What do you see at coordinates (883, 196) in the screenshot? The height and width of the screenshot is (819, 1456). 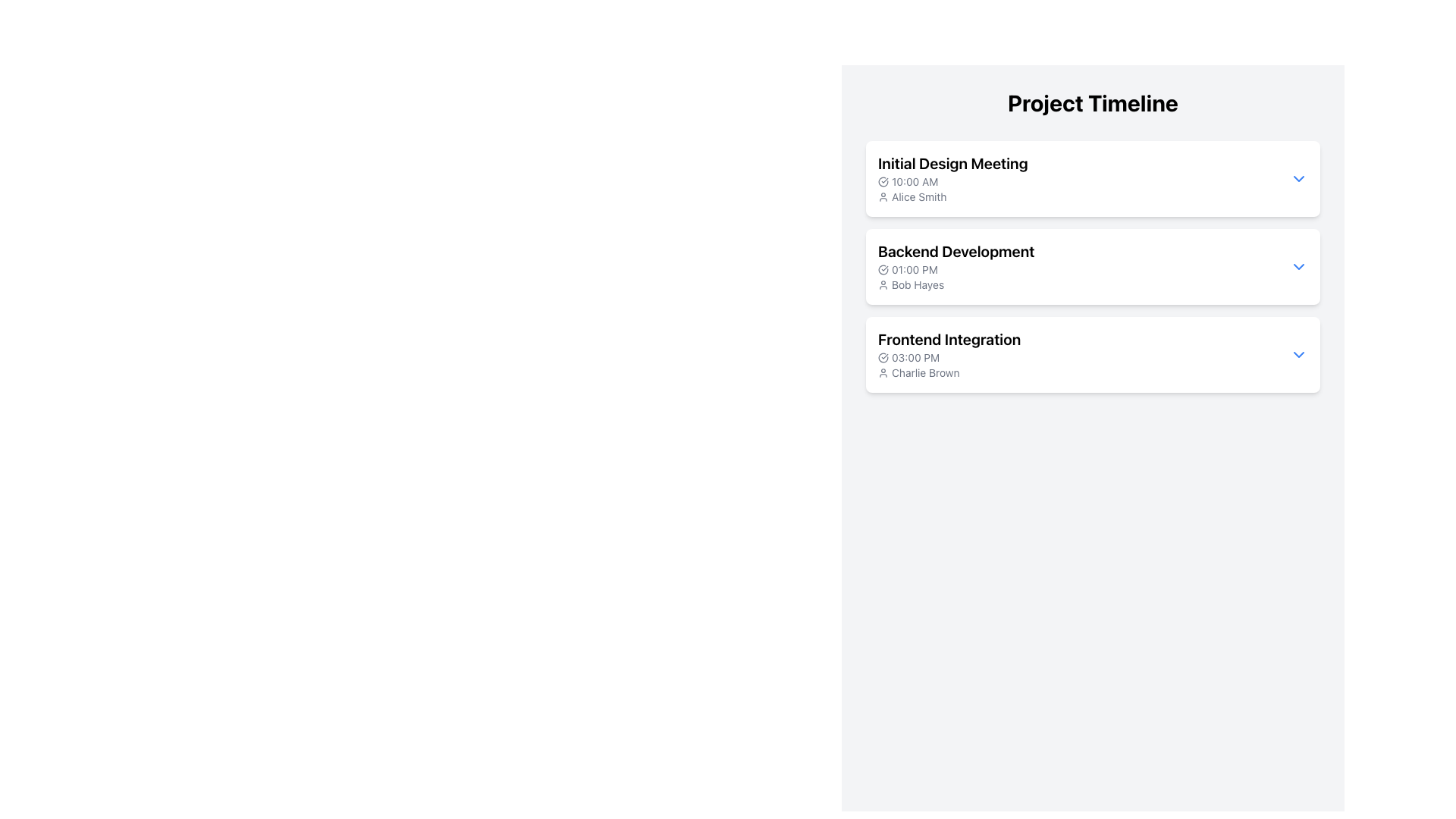 I see `the user icon representing a person, which is located to the left of the 'Alice Smith' text in the Initial Design Meeting section of the Project Timeline interface` at bounding box center [883, 196].